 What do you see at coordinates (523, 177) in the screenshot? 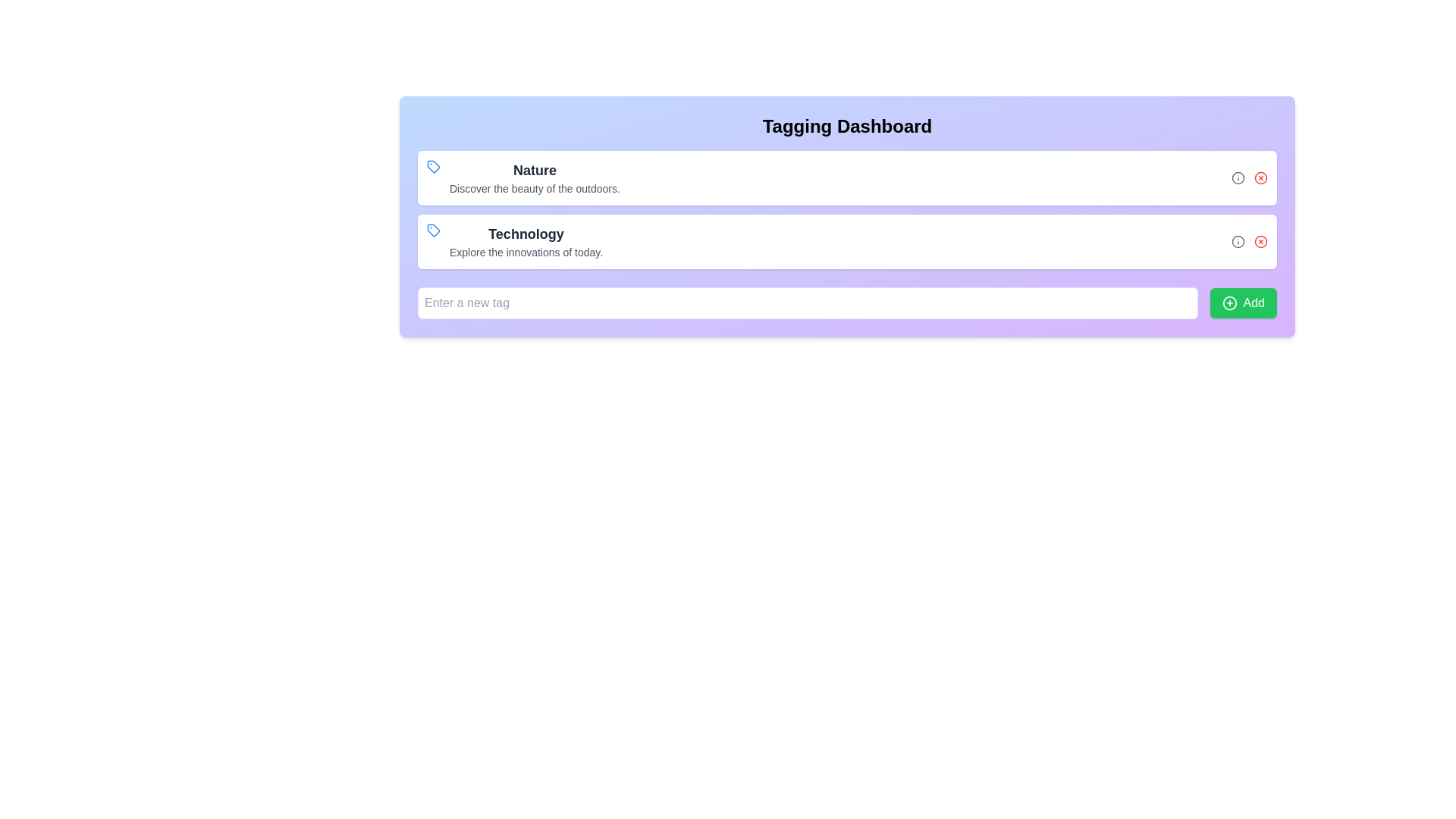
I see `the text block with the heading 'Nature' and the tag icon` at bounding box center [523, 177].